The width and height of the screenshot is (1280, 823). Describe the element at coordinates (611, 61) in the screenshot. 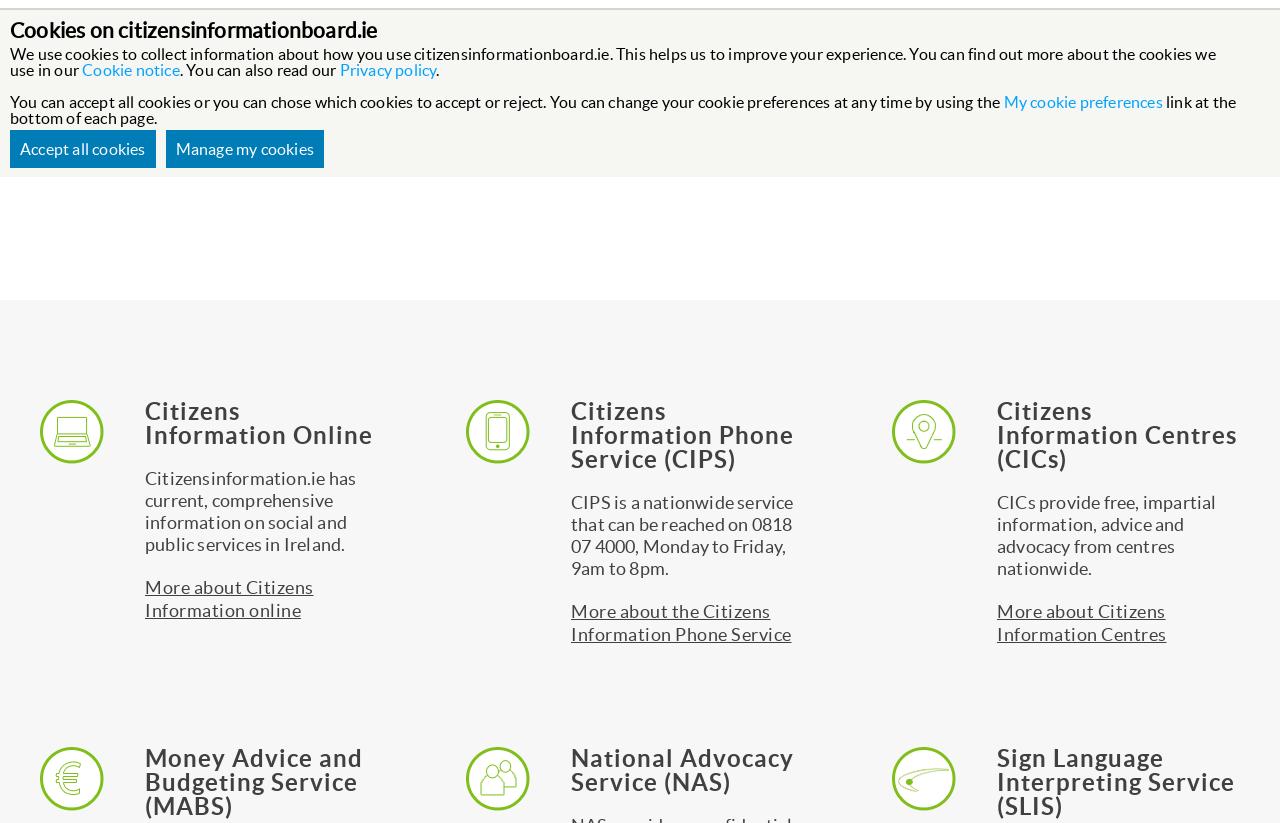

I see `'We use cookies to collect information about how you use citizensinformationboard.ie. This helps us to improve your experience. You can find out more about the cookies we use in our'` at that location.